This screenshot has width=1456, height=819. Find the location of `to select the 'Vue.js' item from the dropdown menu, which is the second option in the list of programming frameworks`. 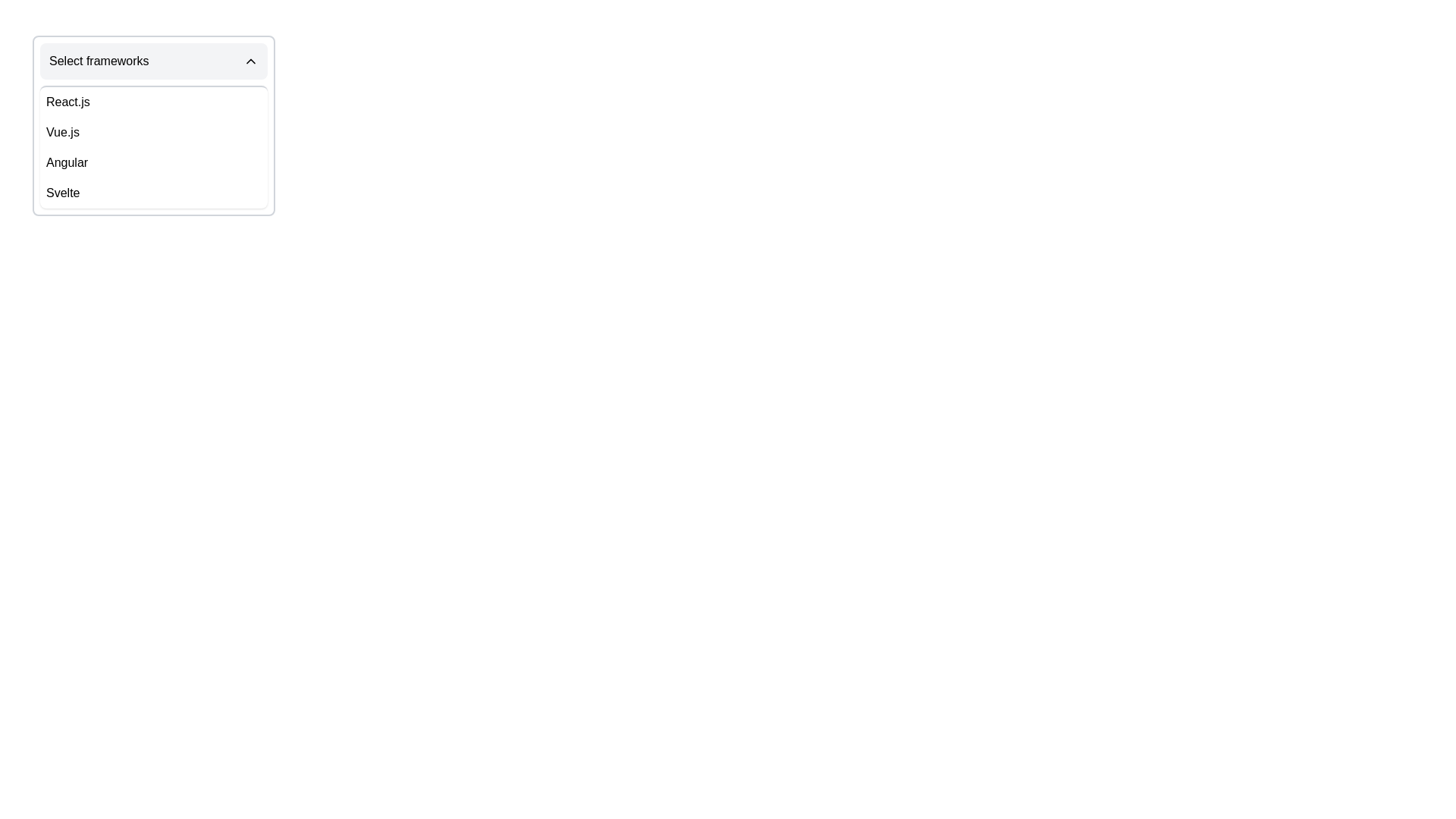

to select the 'Vue.js' item from the dropdown menu, which is the second option in the list of programming frameworks is located at coordinates (153, 131).